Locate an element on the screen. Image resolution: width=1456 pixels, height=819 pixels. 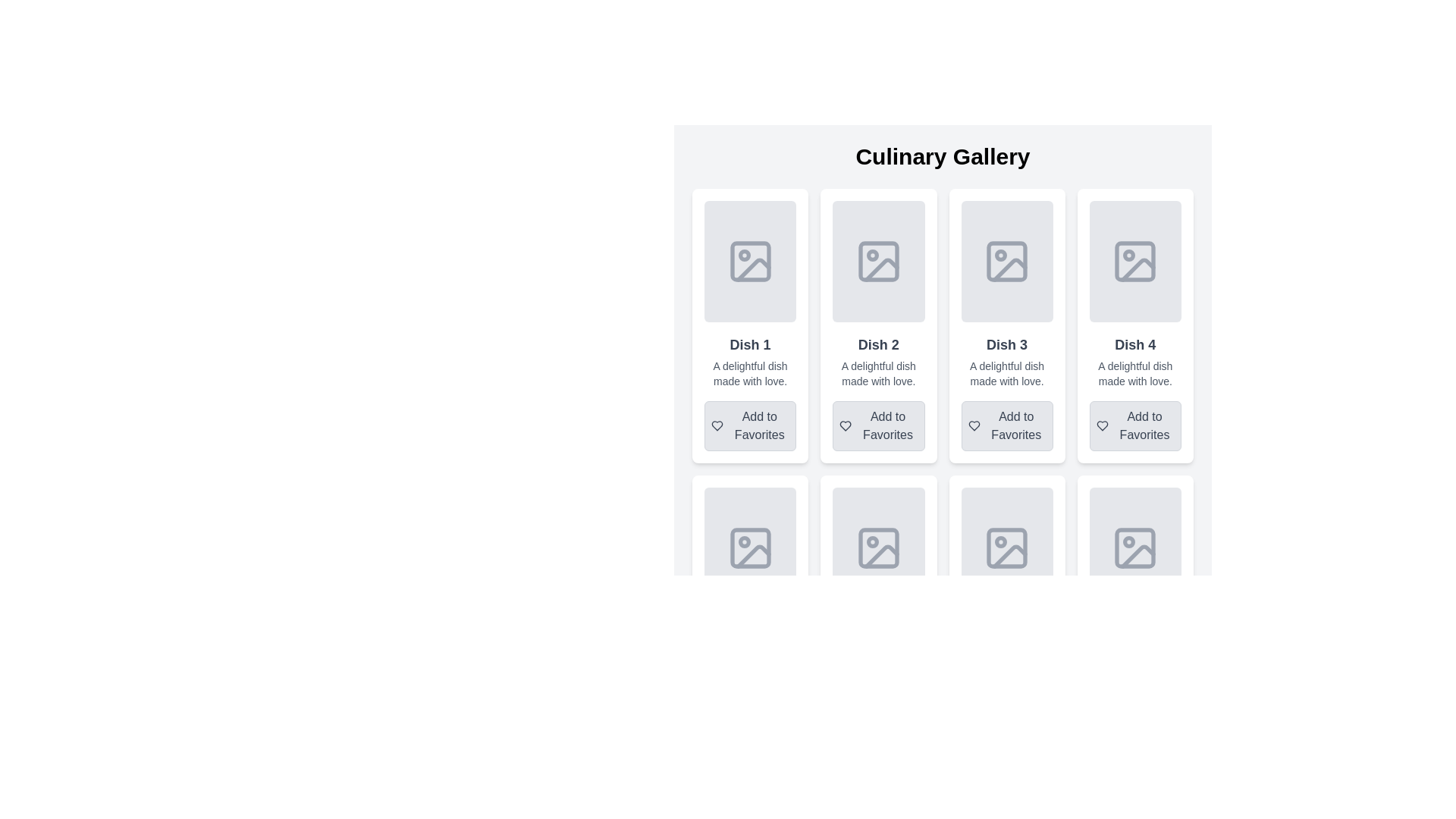
the static text displaying the title 'Dish 4', which is styled with a bold font and grayish color, located in the fourth column of a gallery display, below an image placeholder is located at coordinates (1135, 345).